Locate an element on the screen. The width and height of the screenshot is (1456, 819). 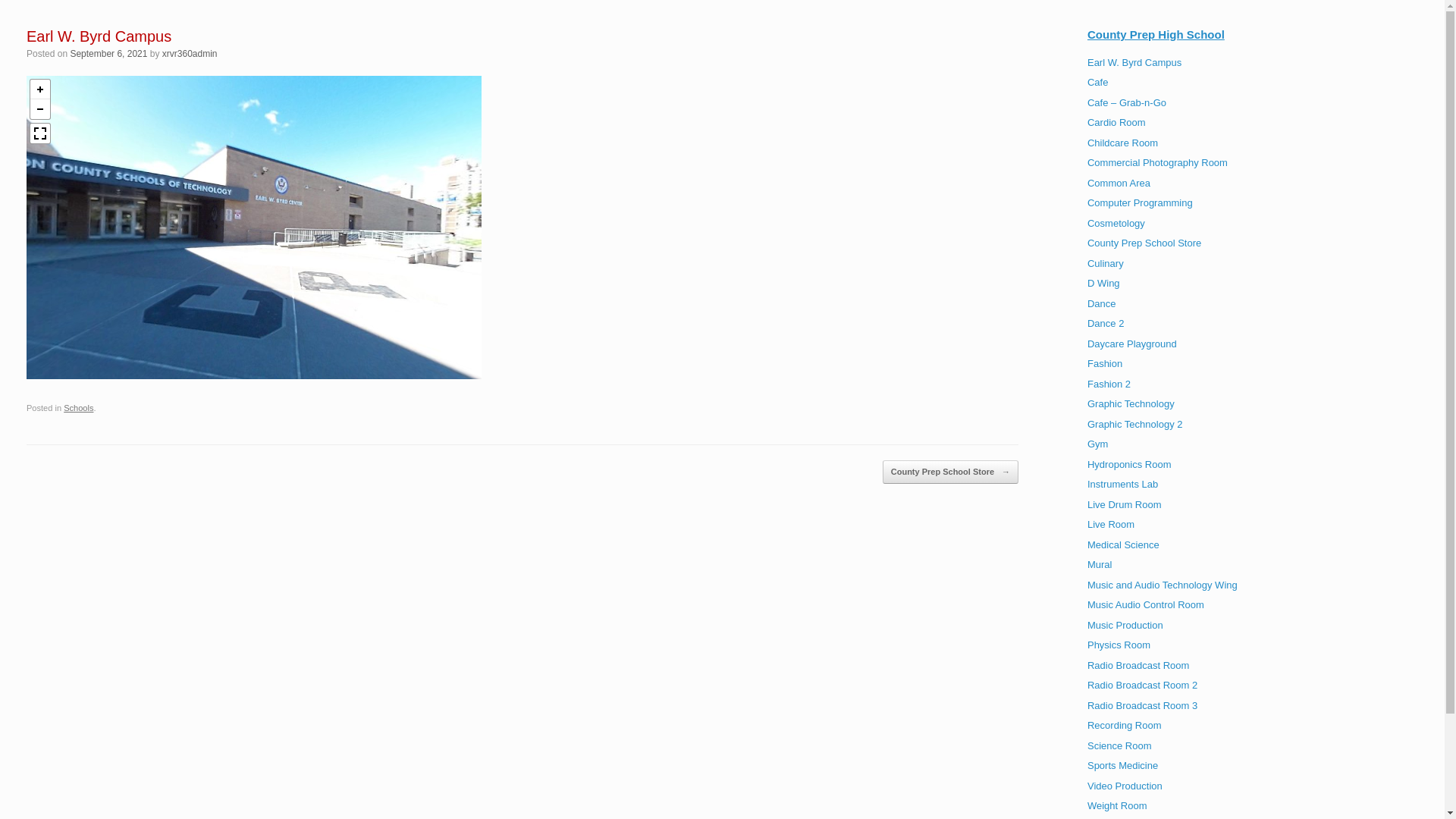
'Cafe' is located at coordinates (1097, 82).